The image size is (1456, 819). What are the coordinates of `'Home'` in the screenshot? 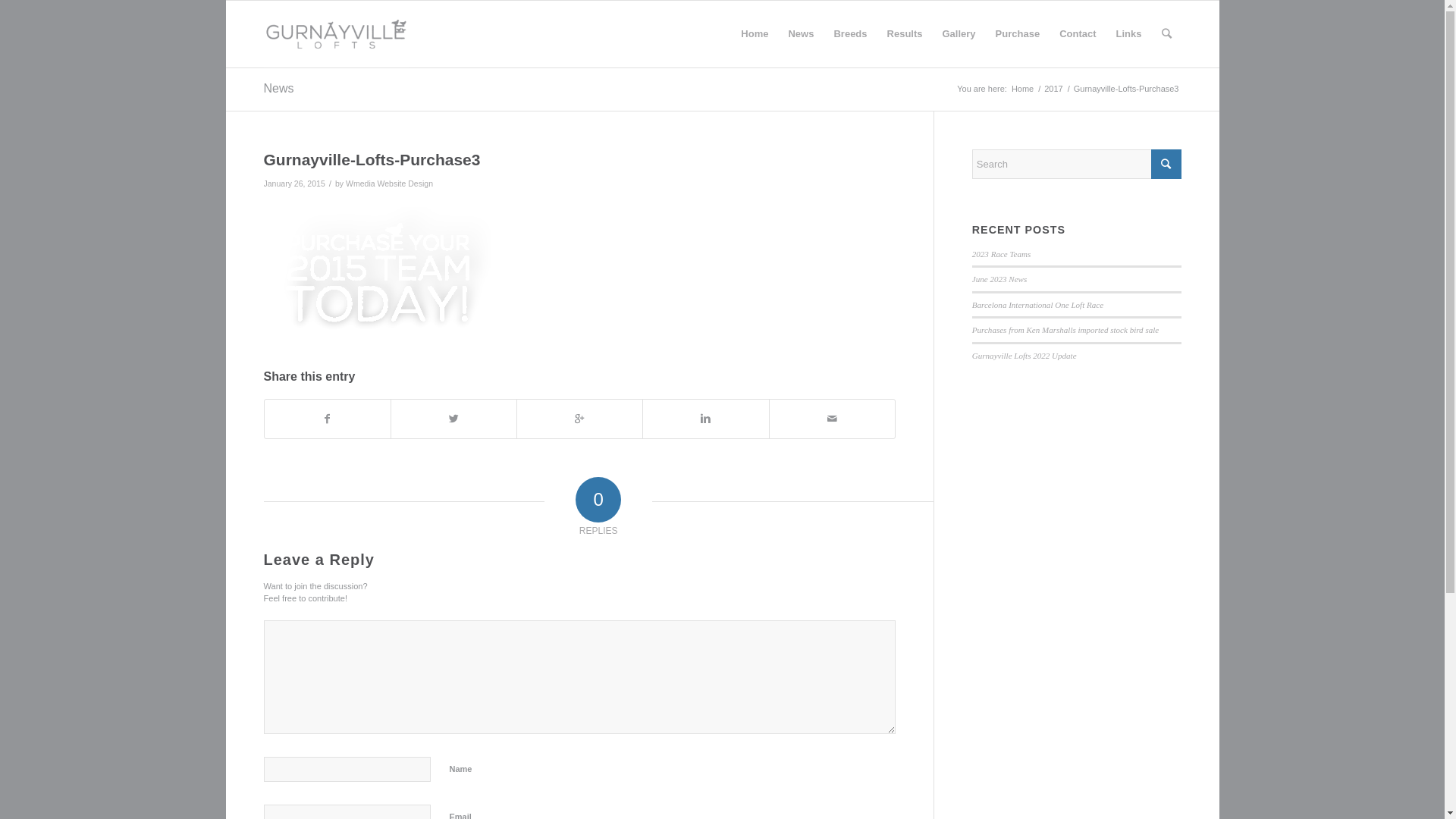 It's located at (754, 34).